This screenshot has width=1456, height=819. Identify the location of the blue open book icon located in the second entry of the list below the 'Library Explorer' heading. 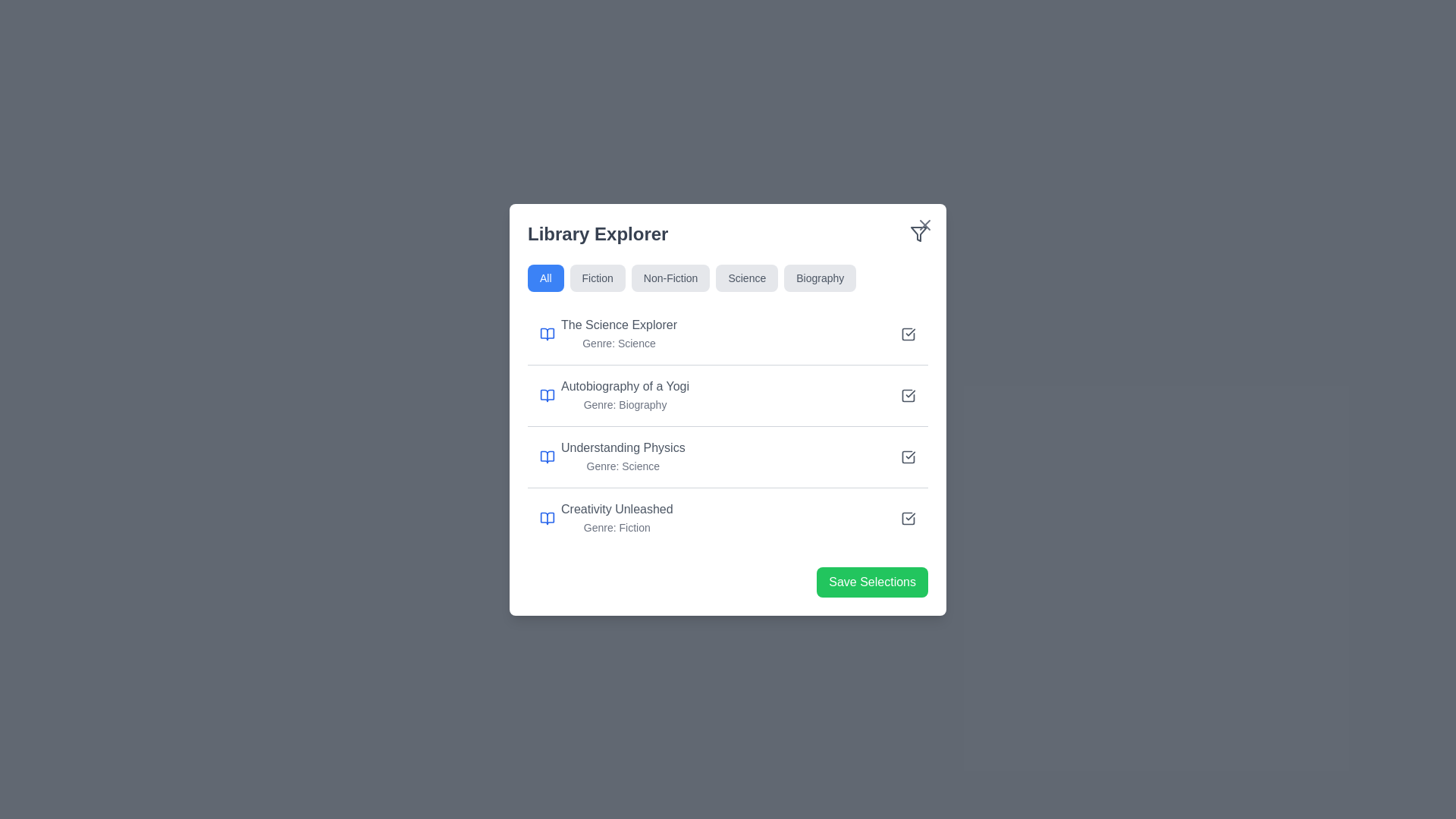
(546, 394).